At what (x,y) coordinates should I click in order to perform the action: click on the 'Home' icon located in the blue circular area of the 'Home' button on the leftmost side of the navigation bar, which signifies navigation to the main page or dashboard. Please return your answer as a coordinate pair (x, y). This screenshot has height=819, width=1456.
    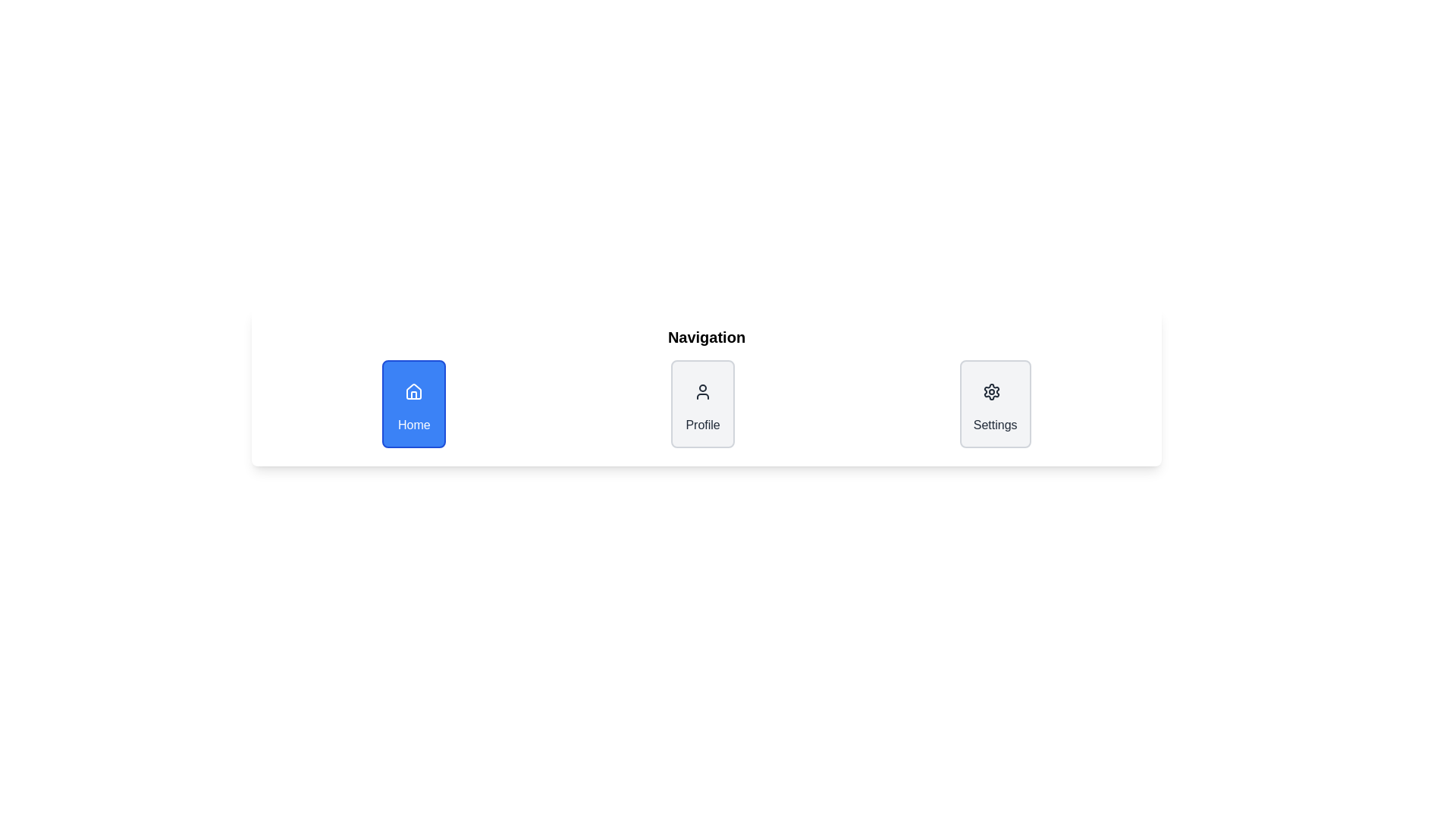
    Looking at the image, I should click on (414, 391).